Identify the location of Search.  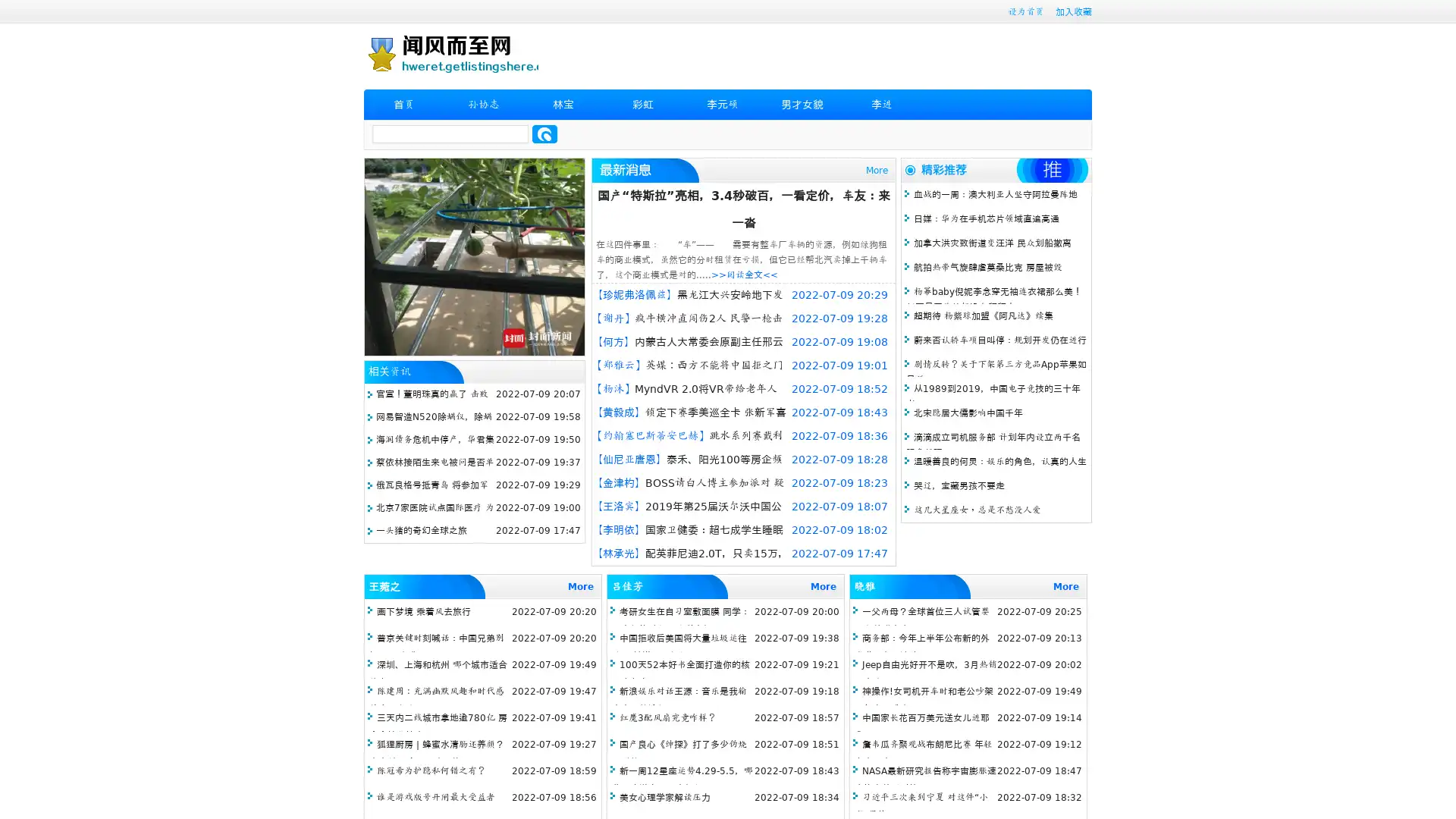
(544, 133).